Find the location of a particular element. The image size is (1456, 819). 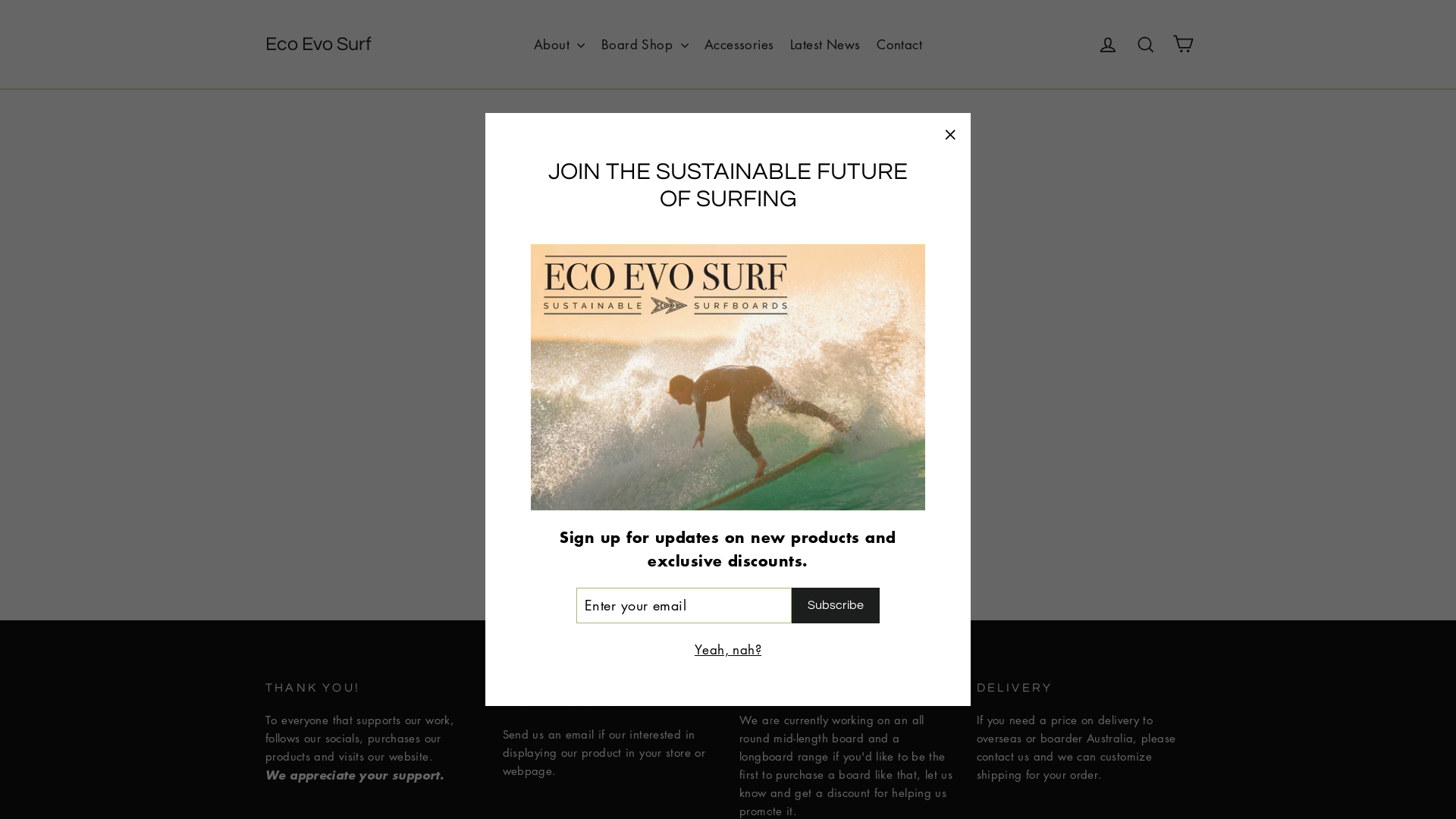

'Contact' is located at coordinates (899, 42).